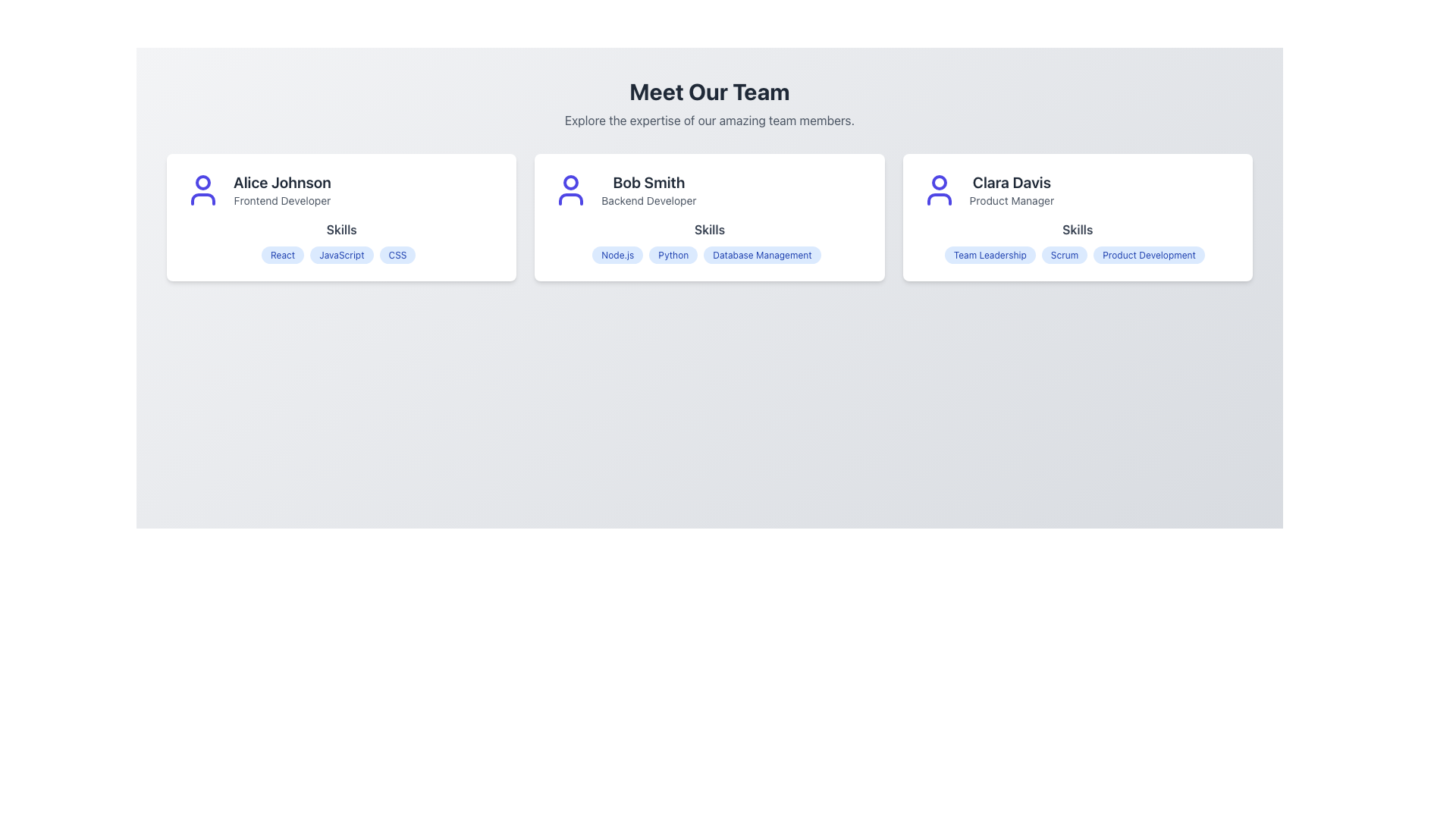 The image size is (1456, 819). I want to click on the Text Label Component displaying 'Bob Smith' and 'Backend Developer' for accessibility purposes, so click(648, 189).